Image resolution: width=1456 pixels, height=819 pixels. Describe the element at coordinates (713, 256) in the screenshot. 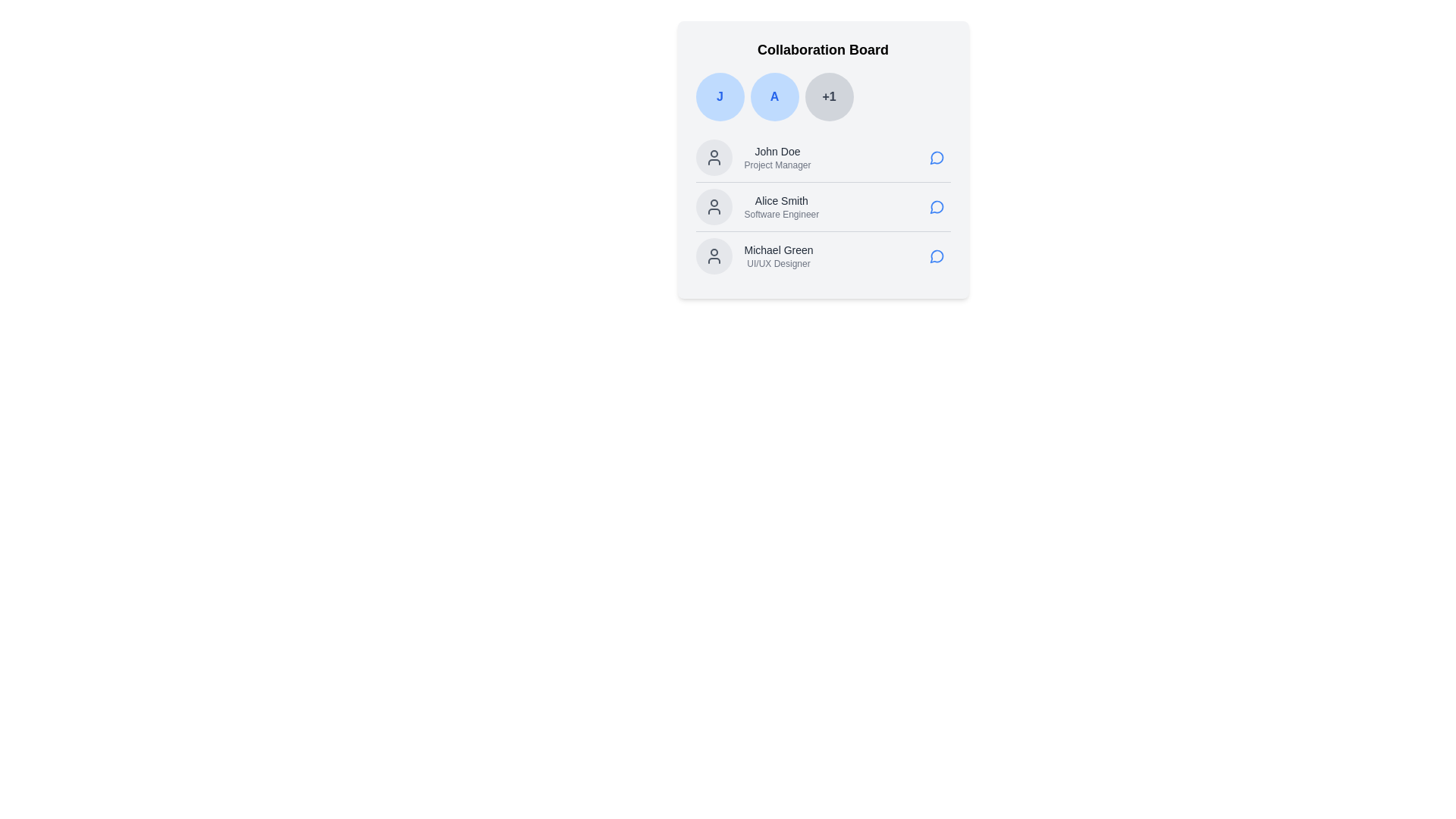

I see `the profile icon for 'Michael Green UI/UX Designer', which is located on the left side of the corresponding row in the Collaboration Board section, represented within a circular light gray background` at that location.